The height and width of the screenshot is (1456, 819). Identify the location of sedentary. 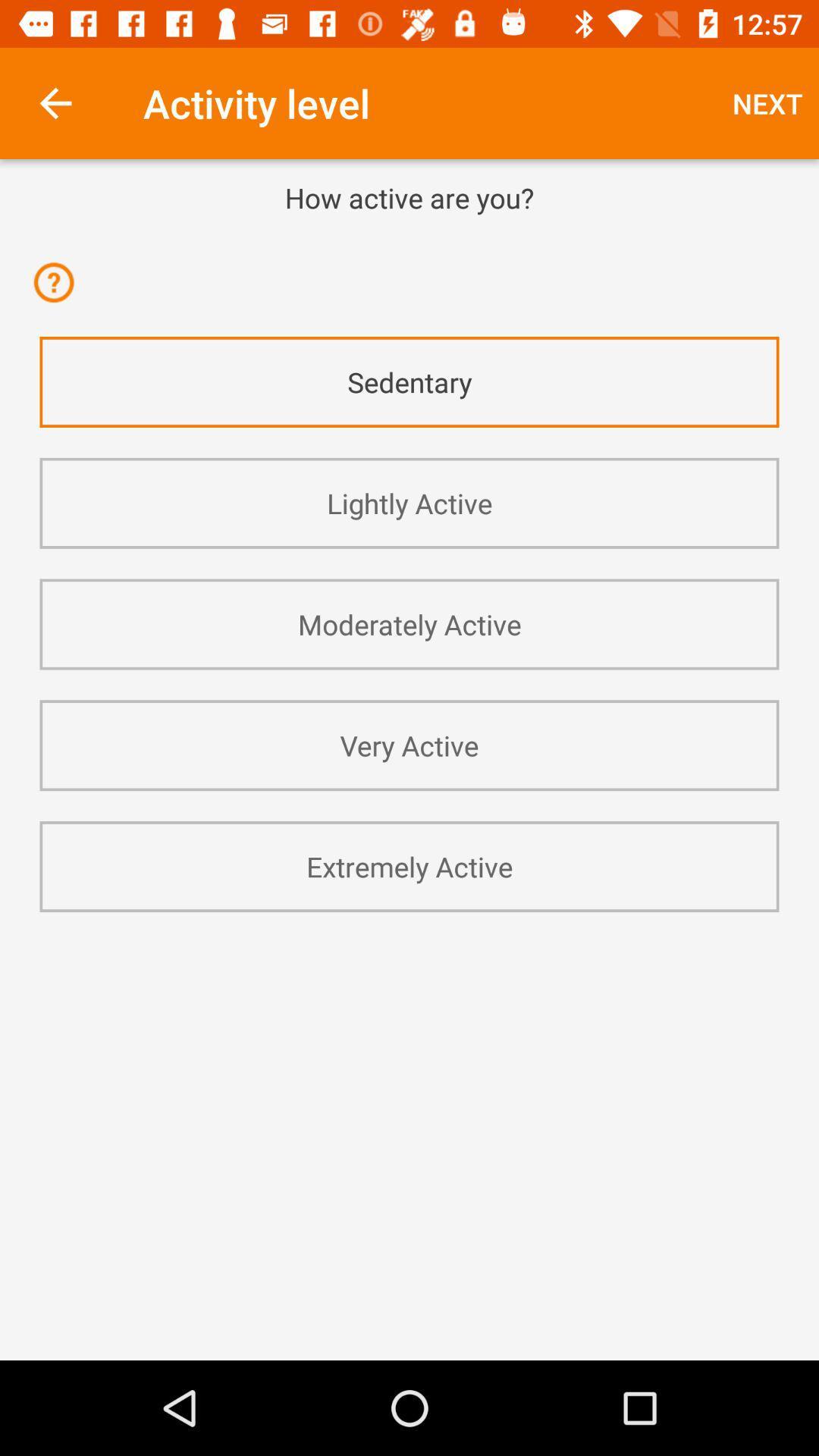
(409, 382).